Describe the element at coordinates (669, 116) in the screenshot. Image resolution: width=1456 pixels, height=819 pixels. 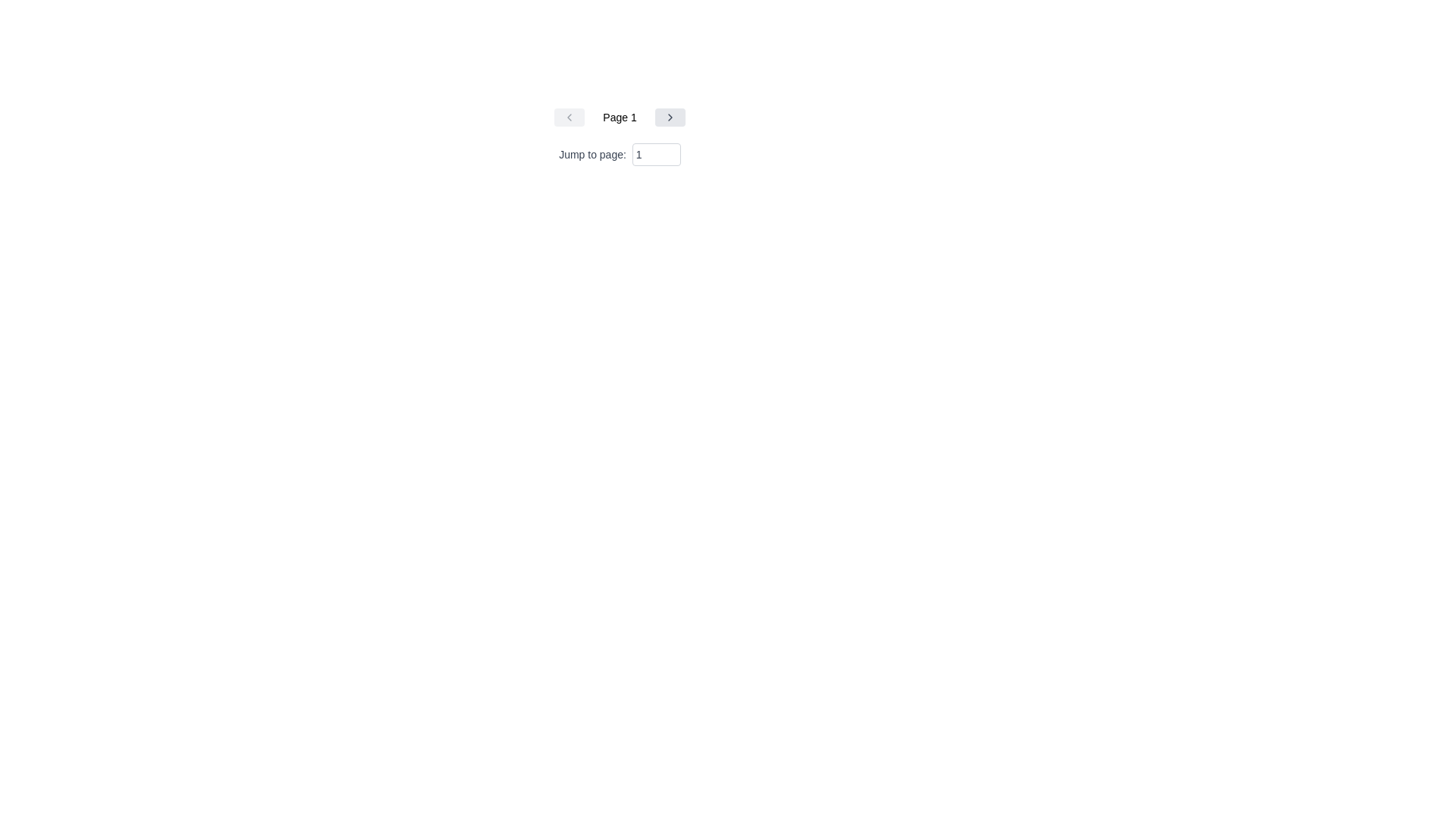
I see `the small rectangular button with rounded corners, light gray background, and dark gray border, which contains a right-facing arrow icon` at that location.